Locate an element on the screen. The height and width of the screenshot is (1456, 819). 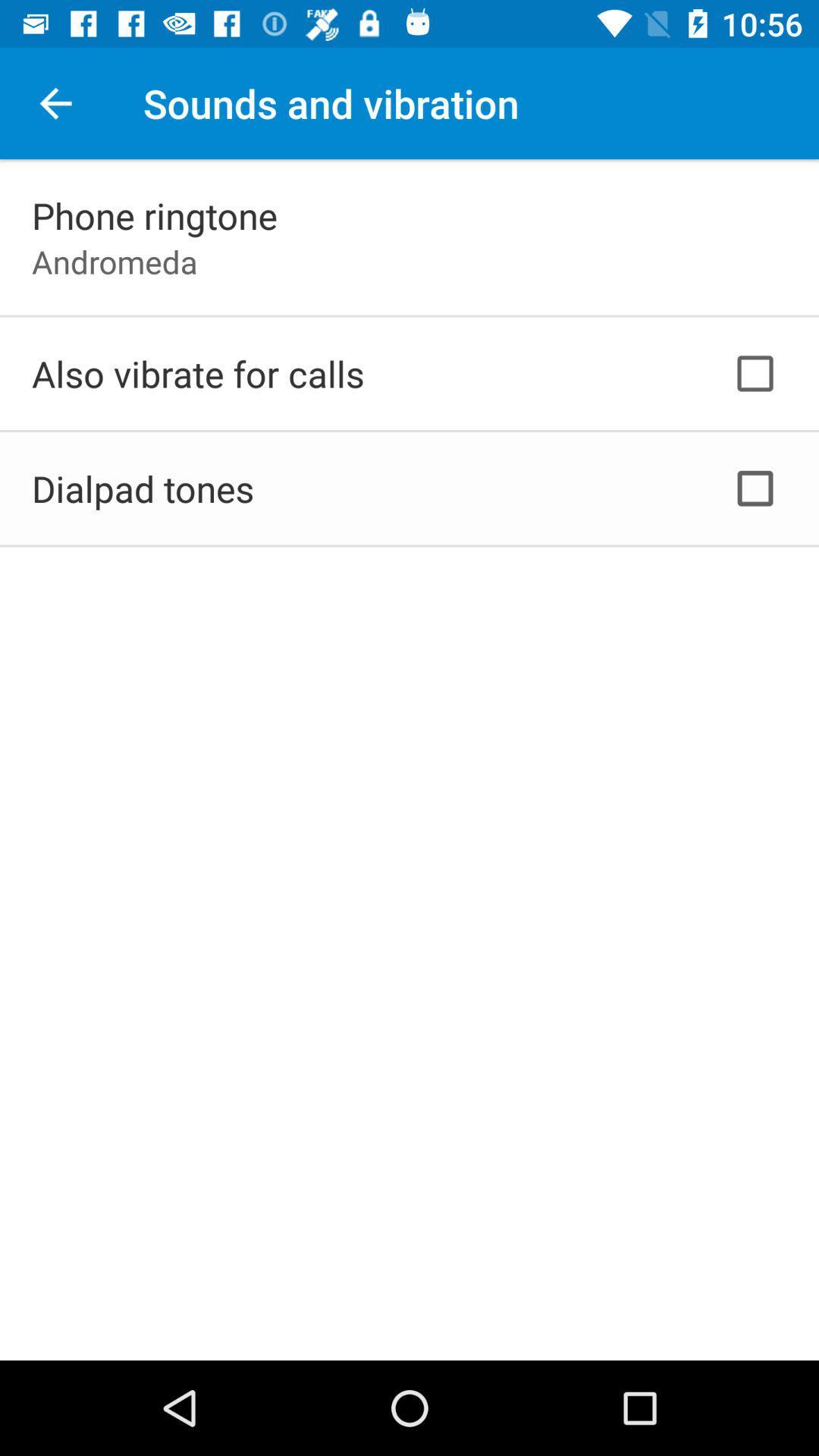
app to the left of the sounds and vibration item is located at coordinates (55, 102).